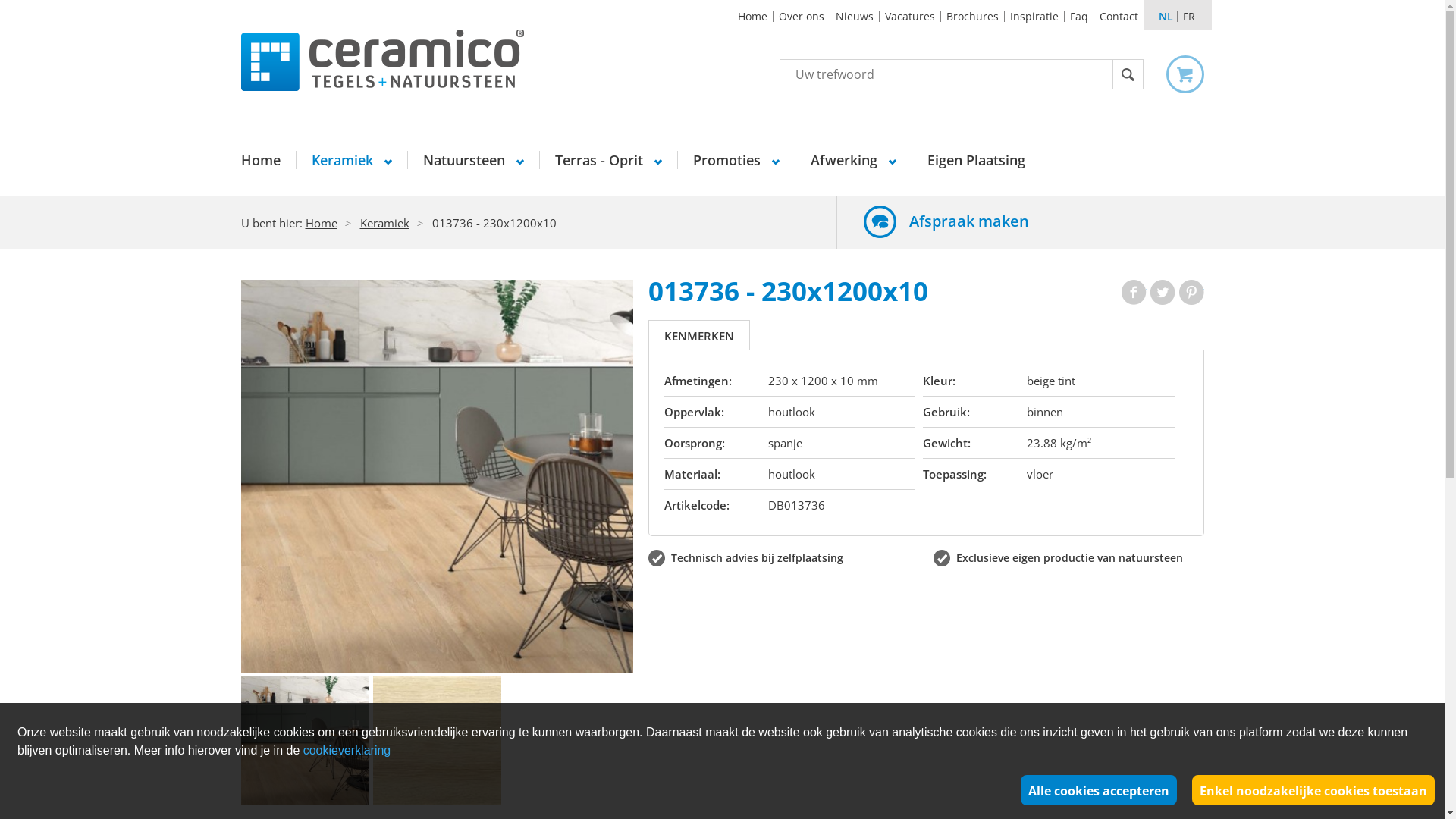 The width and height of the screenshot is (1456, 819). I want to click on 'KENMERKEN', so click(698, 335).